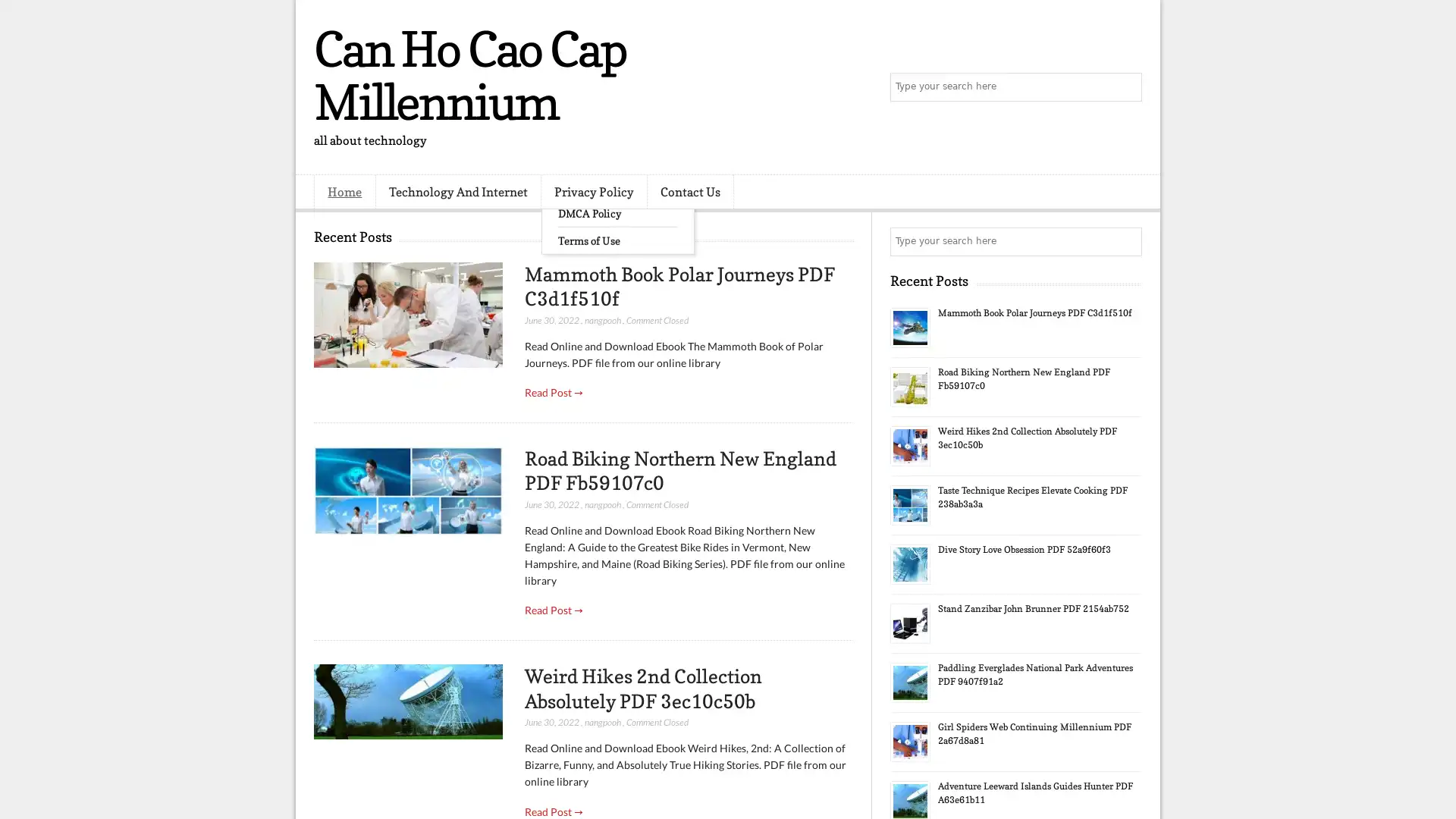 The image size is (1456, 819). Describe the element at coordinates (1126, 241) in the screenshot. I see `Search` at that location.